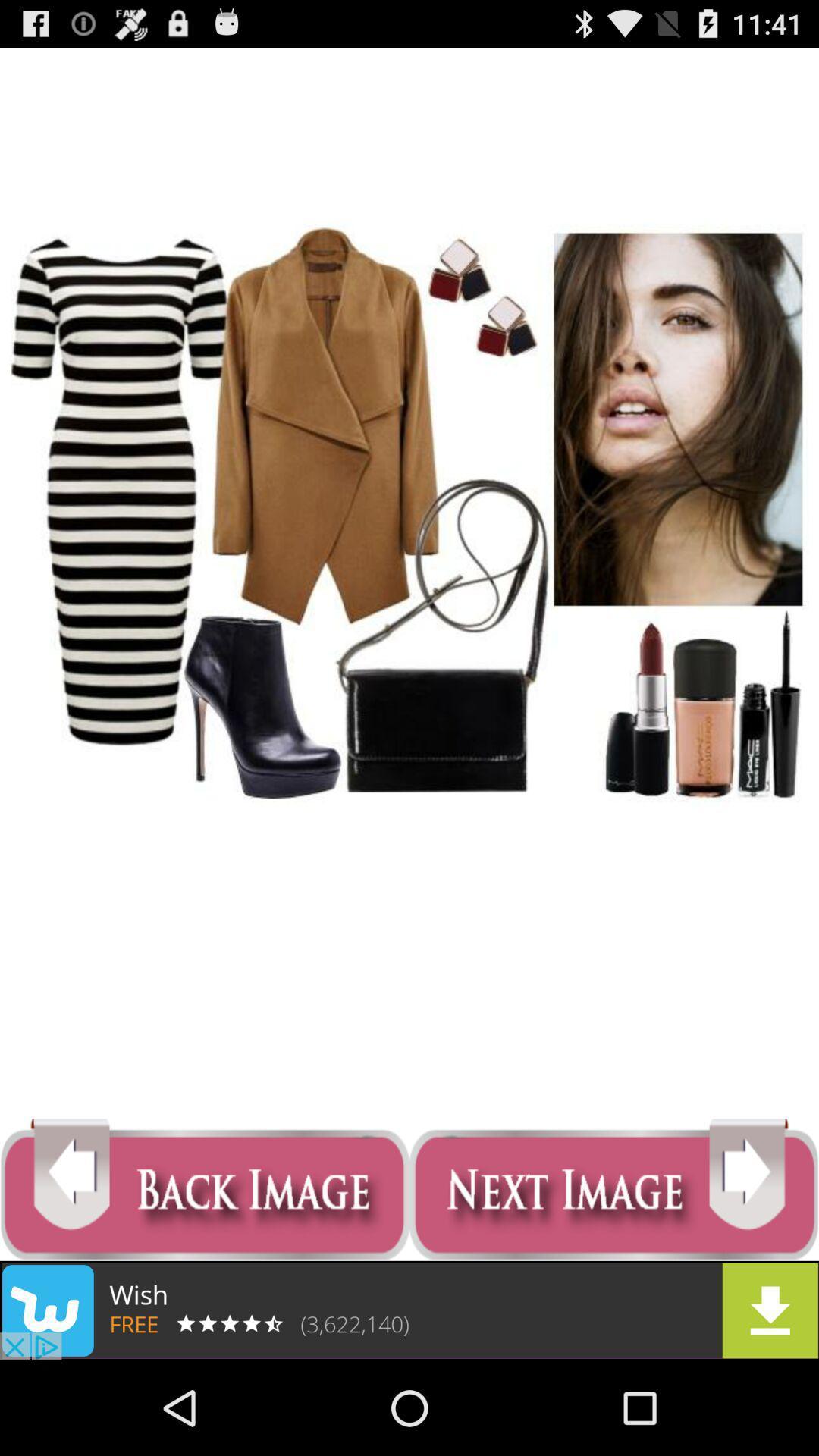 The height and width of the screenshot is (1456, 819). Describe the element at coordinates (205, 1189) in the screenshot. I see `back image` at that location.